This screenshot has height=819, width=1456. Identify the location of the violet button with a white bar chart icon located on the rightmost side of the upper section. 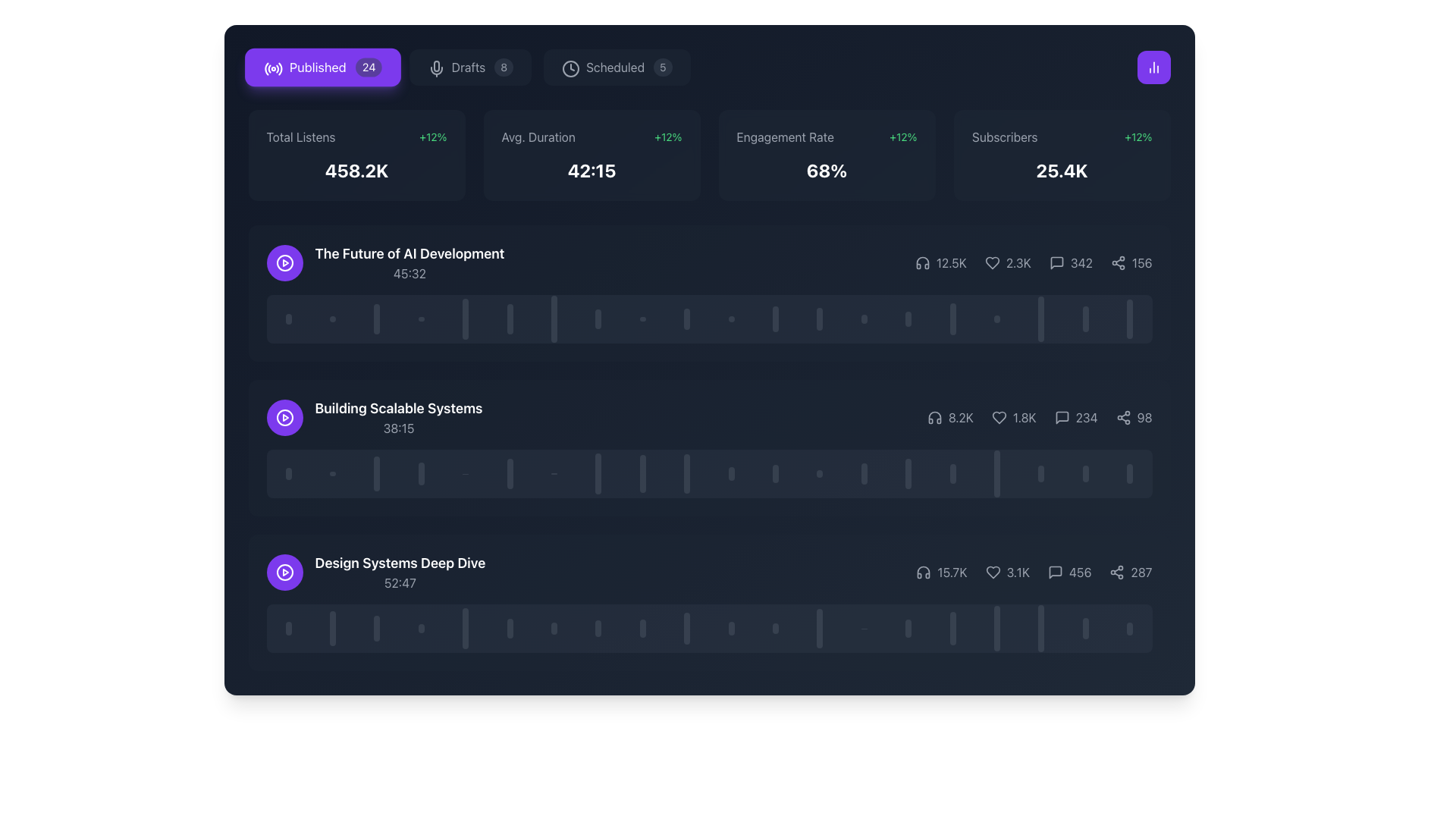
(1153, 66).